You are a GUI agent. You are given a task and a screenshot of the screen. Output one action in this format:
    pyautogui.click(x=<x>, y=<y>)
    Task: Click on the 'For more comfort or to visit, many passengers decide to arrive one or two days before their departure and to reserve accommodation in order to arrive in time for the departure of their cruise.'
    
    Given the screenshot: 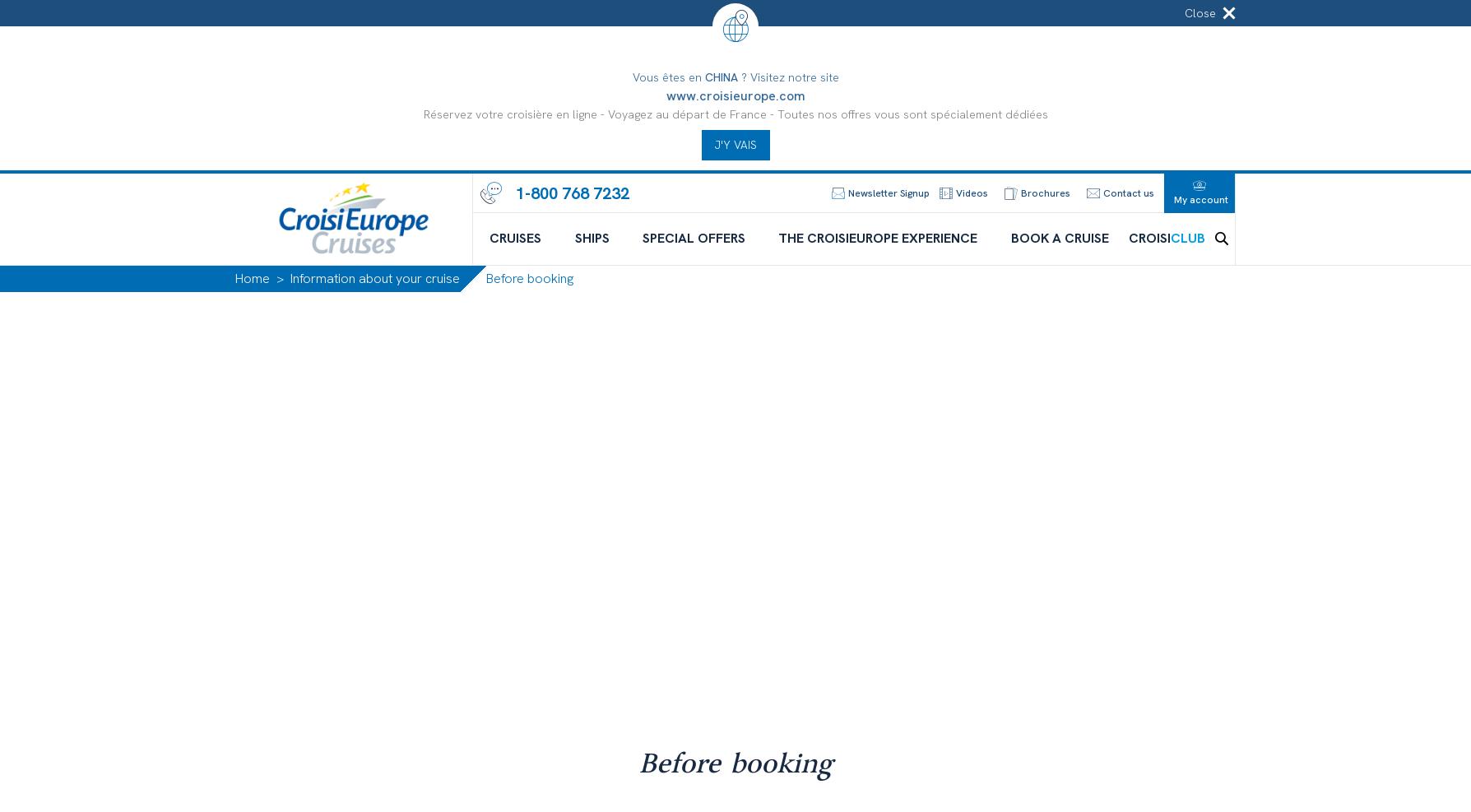 What is the action you would take?
    pyautogui.click(x=1105, y=653)
    